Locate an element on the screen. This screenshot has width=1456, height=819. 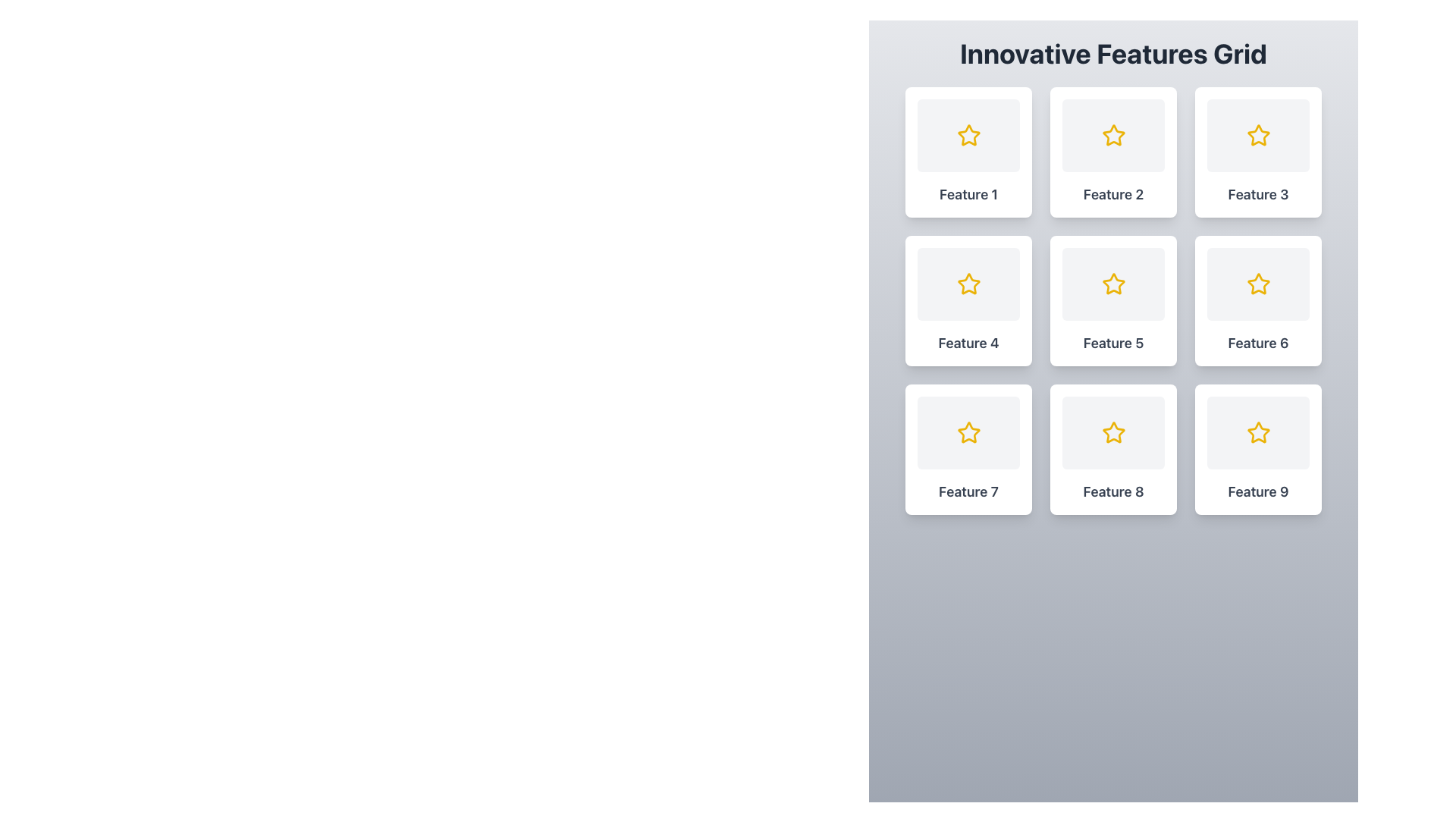
text content of the descriptive label located in the bottom-right card of the Innovative Features Grid, which is positioned below a yellow star icon is located at coordinates (1258, 491).